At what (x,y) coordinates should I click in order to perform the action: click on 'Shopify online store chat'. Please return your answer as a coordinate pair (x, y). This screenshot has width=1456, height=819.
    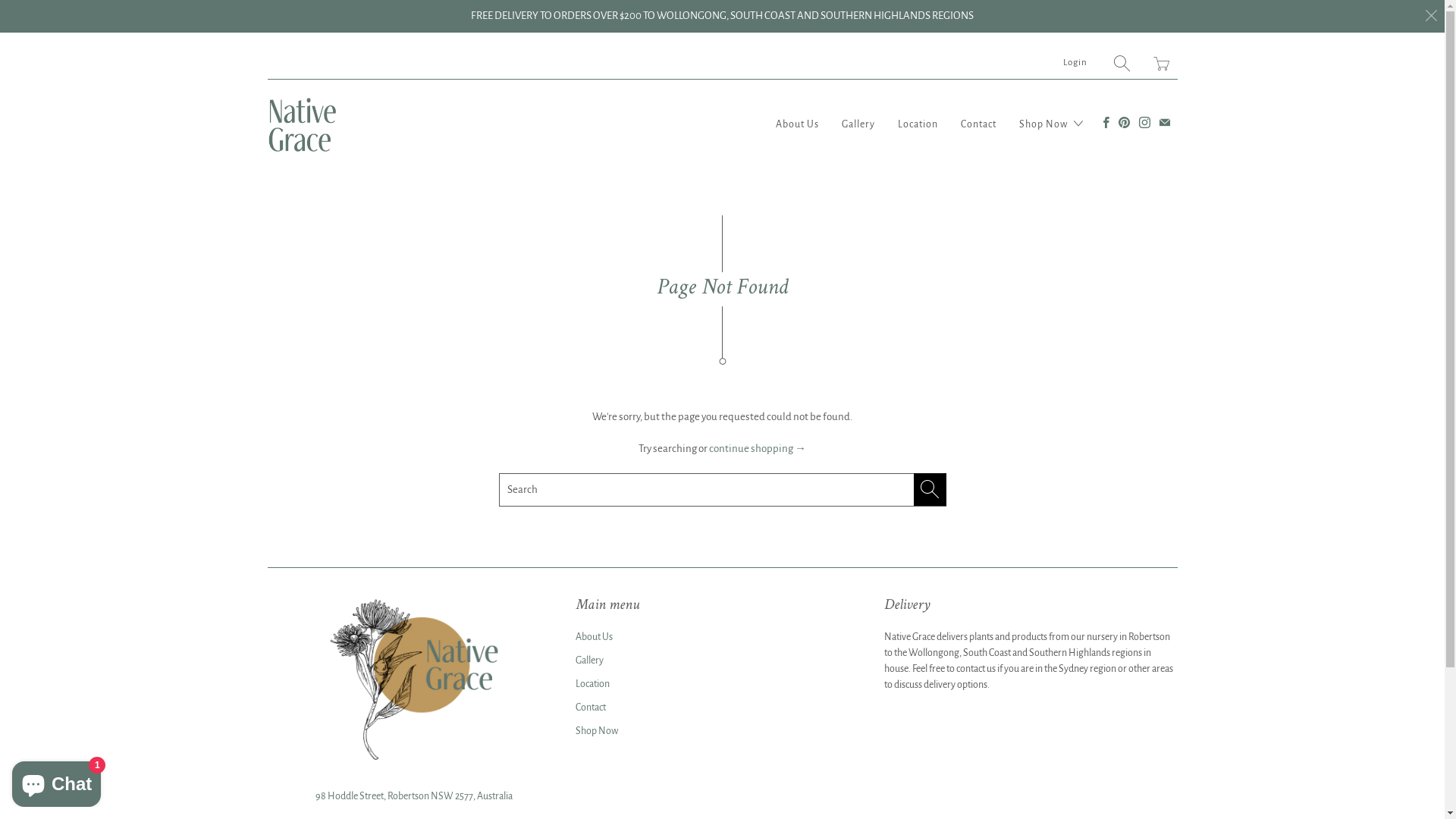
    Looking at the image, I should click on (56, 780).